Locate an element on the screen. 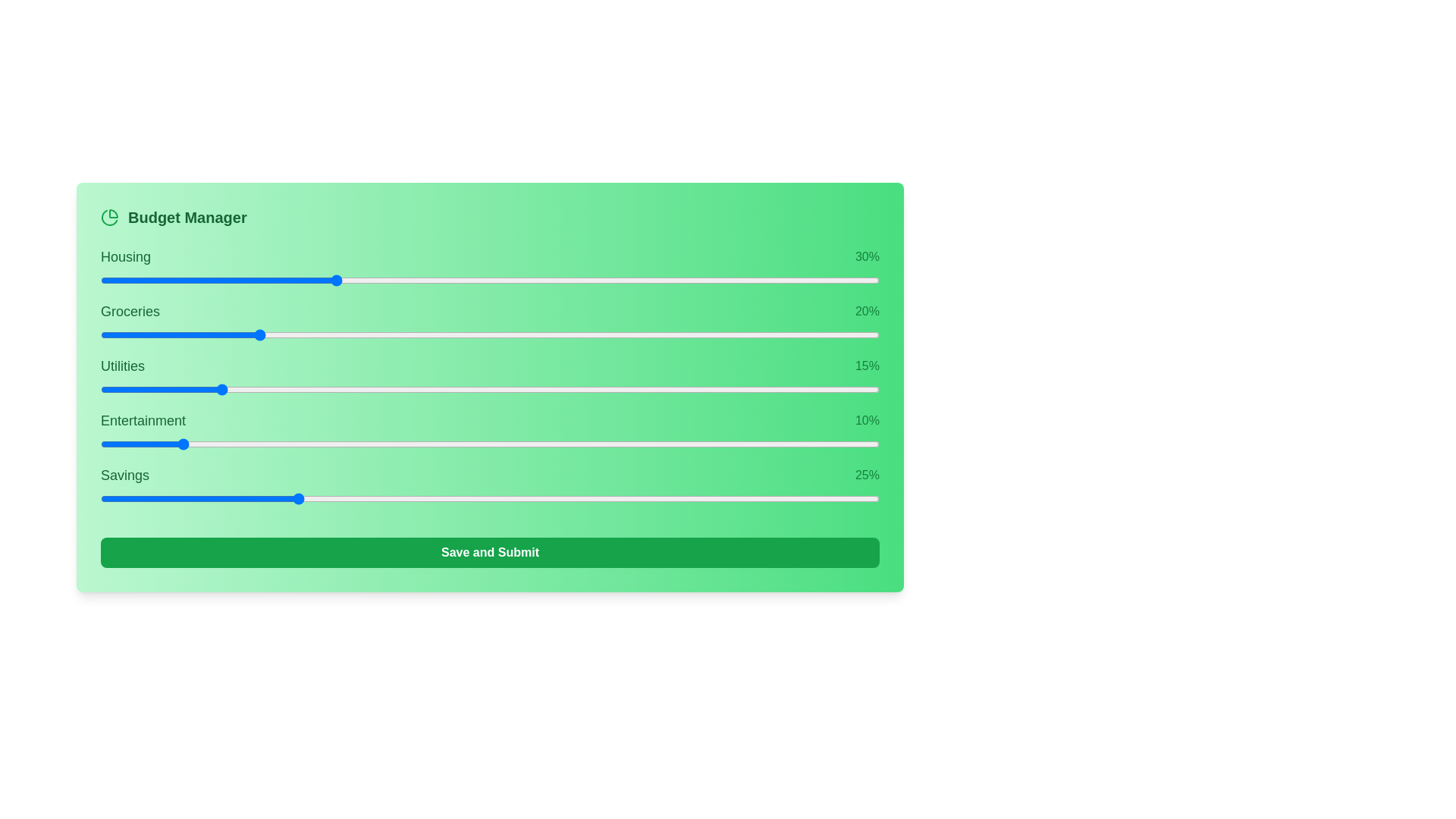 This screenshot has height=819, width=1456. the slider for 1 to 68% allocation is located at coordinates (755, 334).